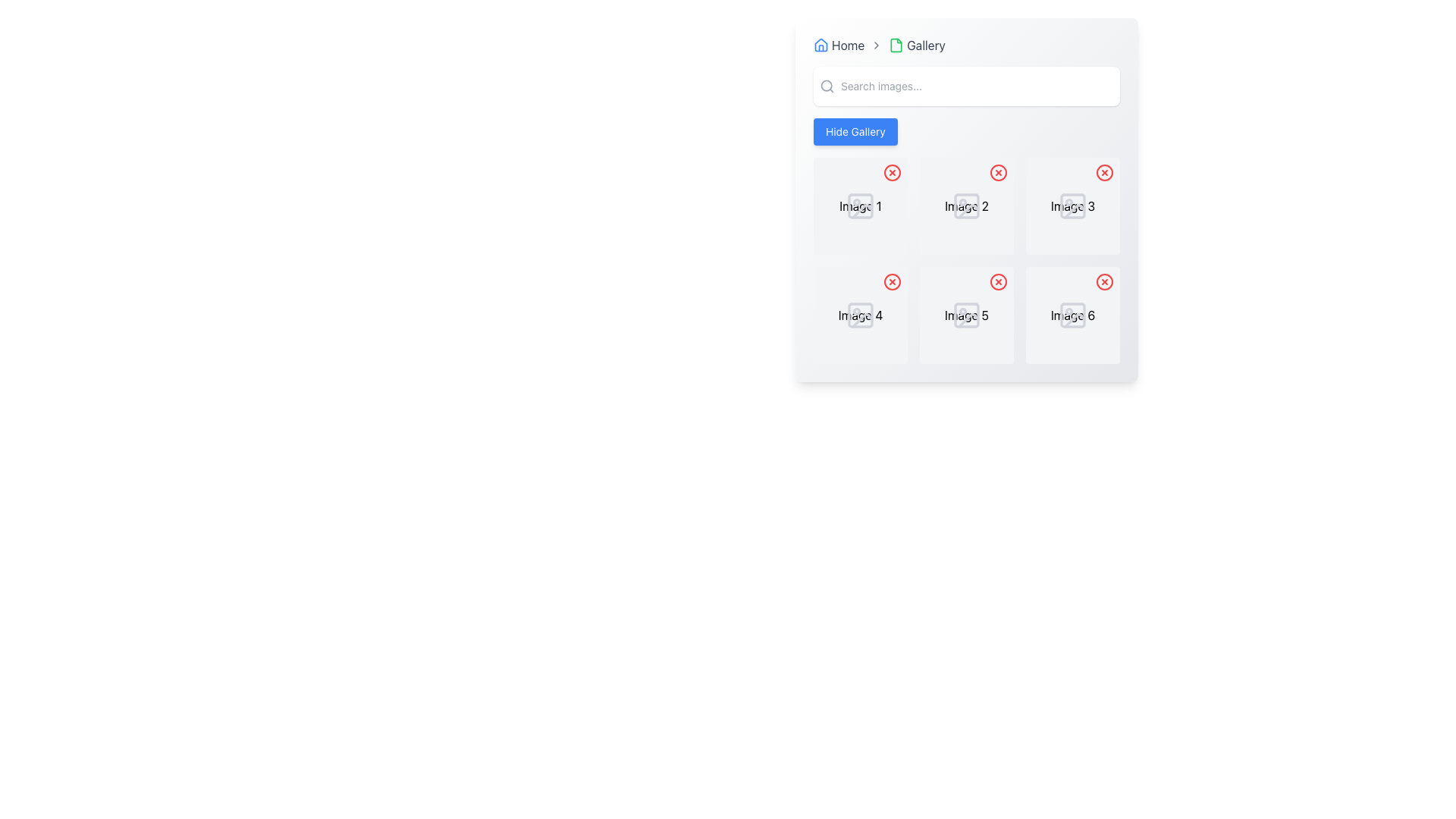 The height and width of the screenshot is (819, 1456). What do you see at coordinates (1072, 206) in the screenshot?
I see `the vector graphic icon located in the gallery panel under 'Image 3'` at bounding box center [1072, 206].